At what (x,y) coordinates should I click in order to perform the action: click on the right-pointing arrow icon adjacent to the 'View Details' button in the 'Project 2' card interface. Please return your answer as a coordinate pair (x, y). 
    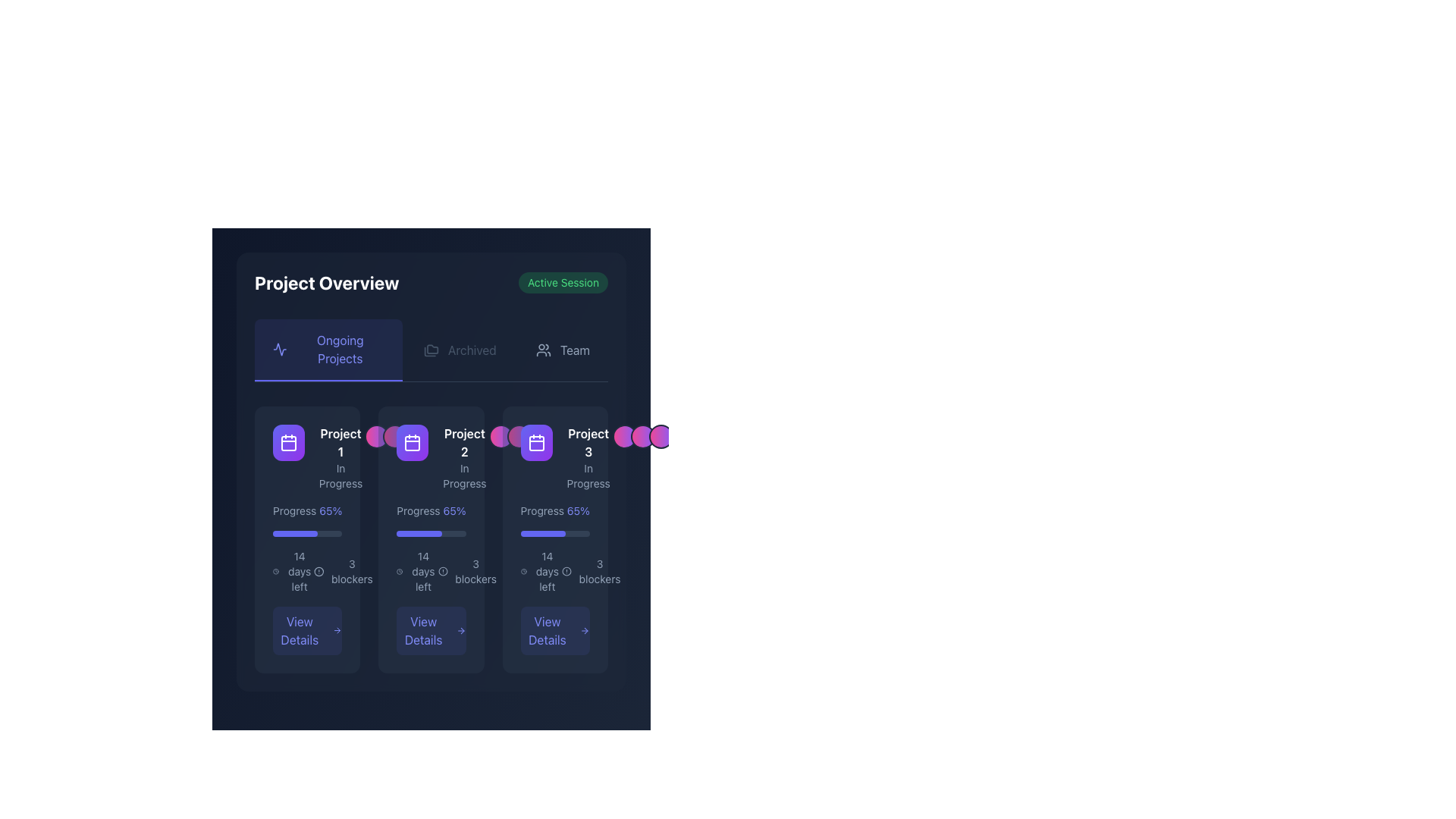
    Looking at the image, I should click on (460, 631).